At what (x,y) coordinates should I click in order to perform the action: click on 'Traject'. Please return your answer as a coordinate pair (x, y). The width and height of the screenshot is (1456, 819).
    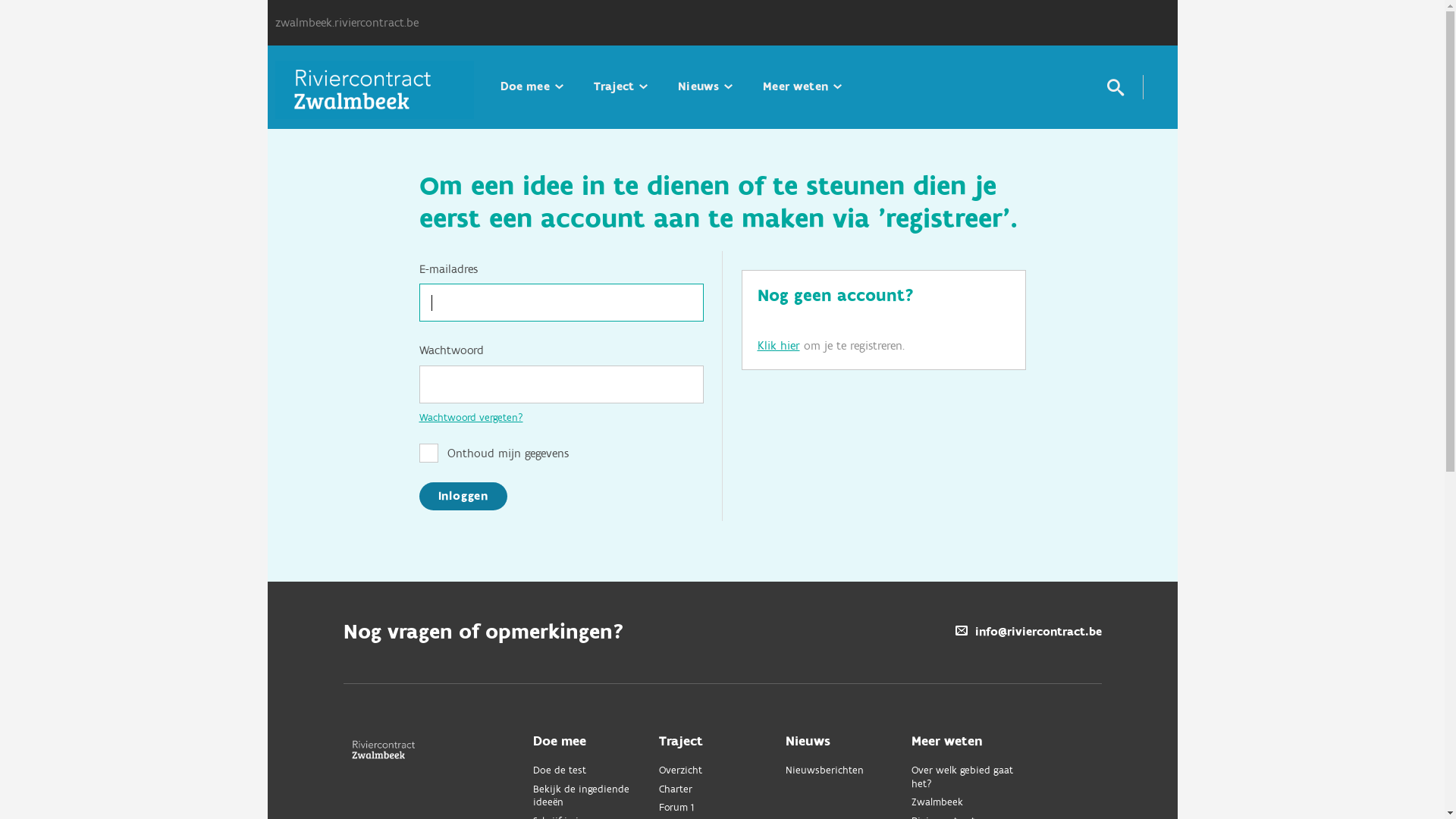
    Looking at the image, I should click on (620, 86).